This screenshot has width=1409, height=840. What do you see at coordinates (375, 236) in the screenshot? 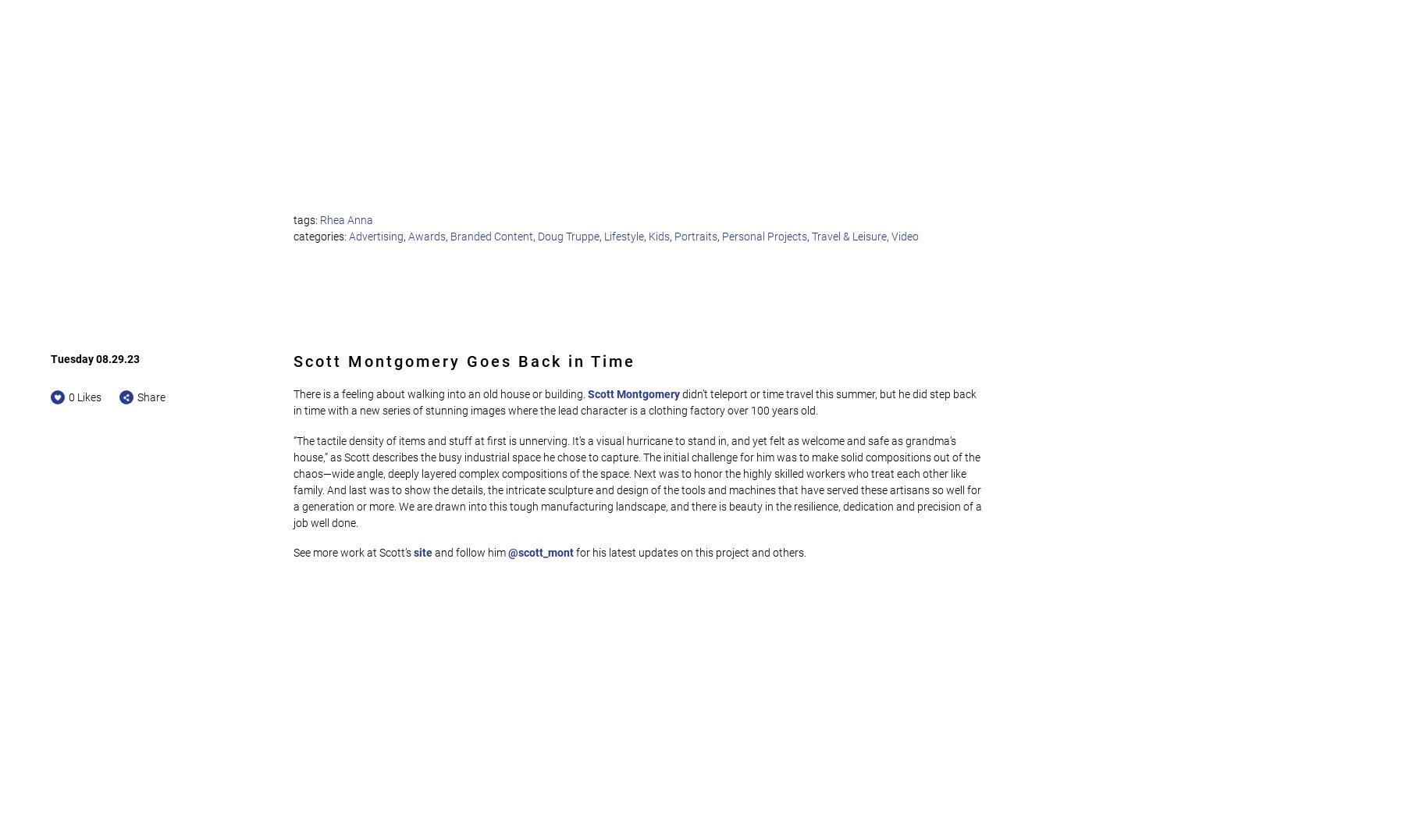
I see `'Advertising'` at bounding box center [375, 236].